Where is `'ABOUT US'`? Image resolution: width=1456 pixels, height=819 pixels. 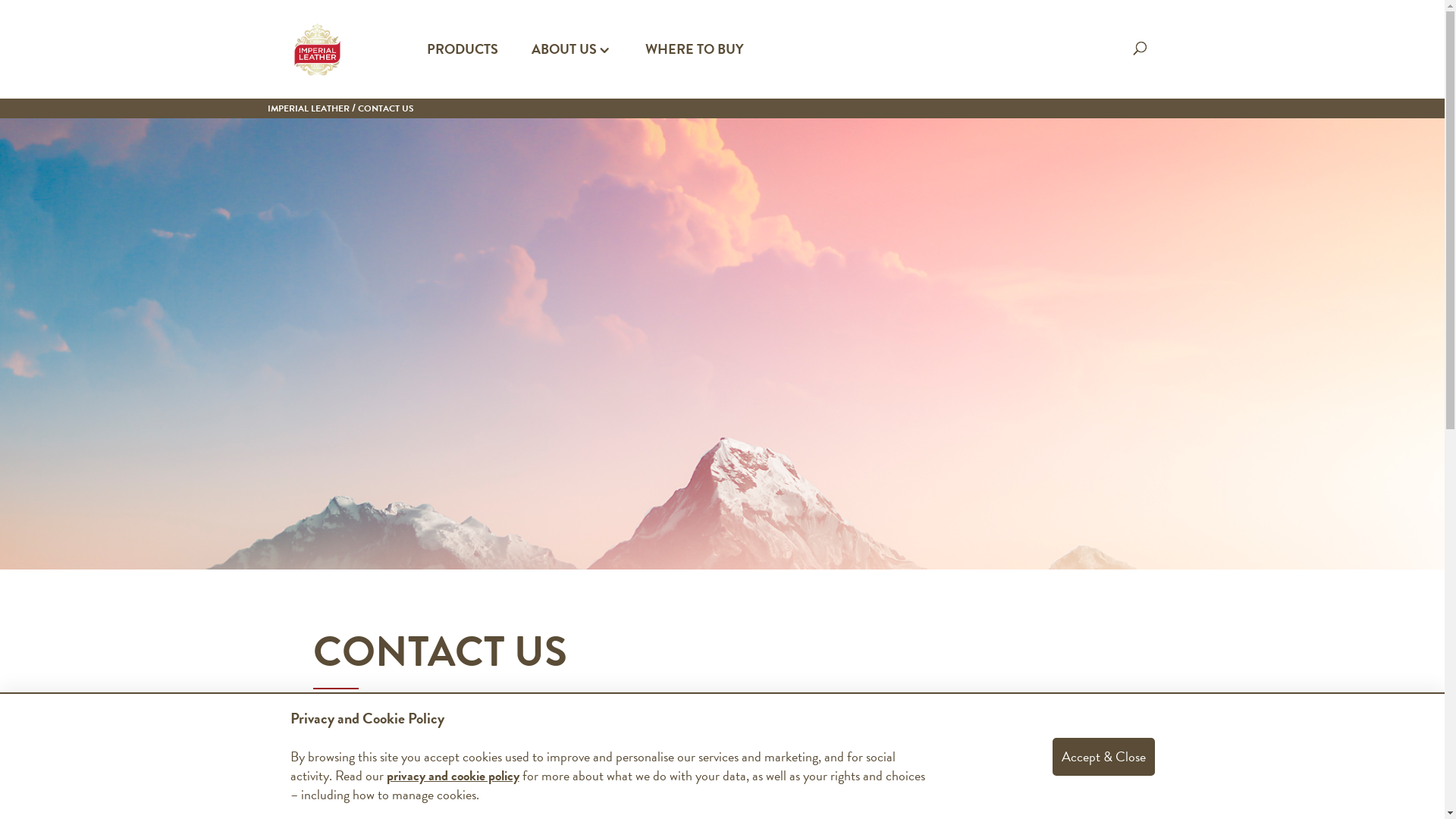 'ABOUT US' is located at coordinates (570, 71).